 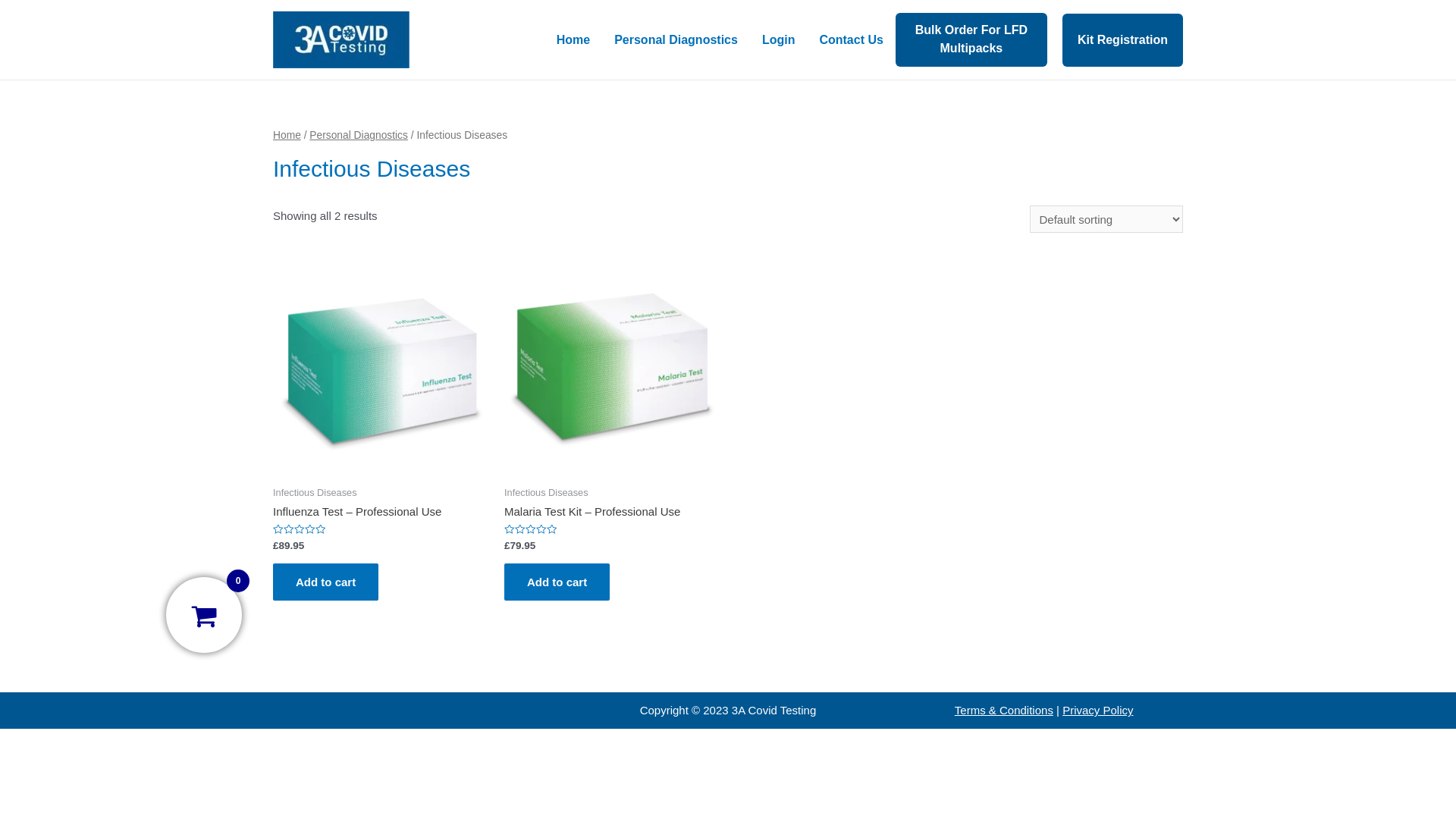 What do you see at coordinates (358, 134) in the screenshot?
I see `'Personal Diagnostics'` at bounding box center [358, 134].